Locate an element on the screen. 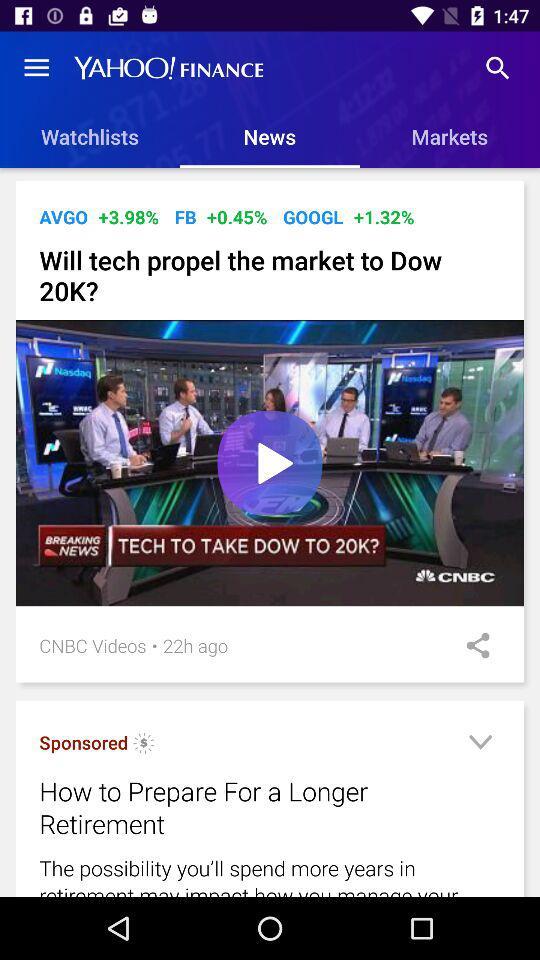  item next to +0.45% icon is located at coordinates (185, 217).